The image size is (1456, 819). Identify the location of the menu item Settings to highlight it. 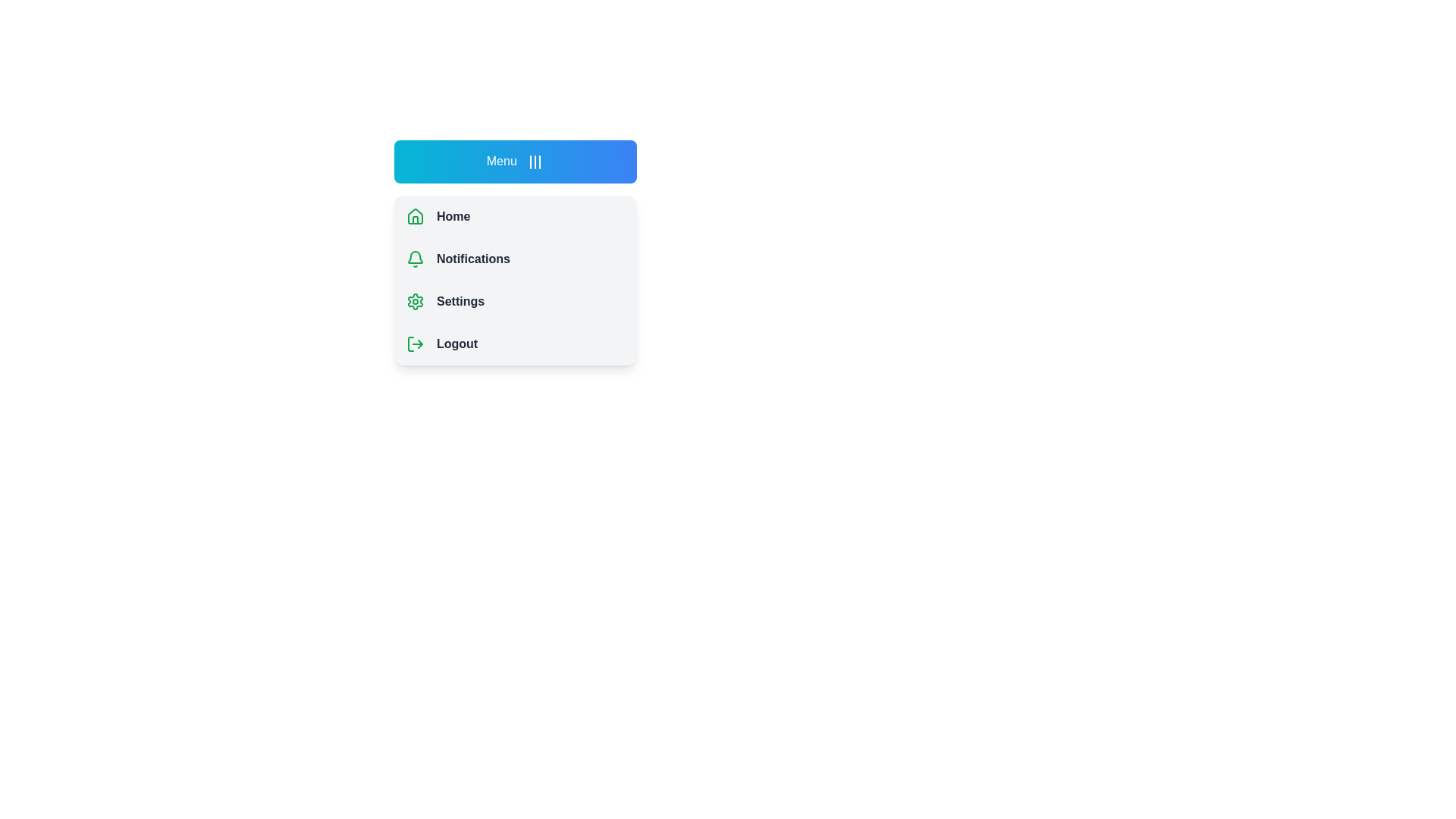
(516, 301).